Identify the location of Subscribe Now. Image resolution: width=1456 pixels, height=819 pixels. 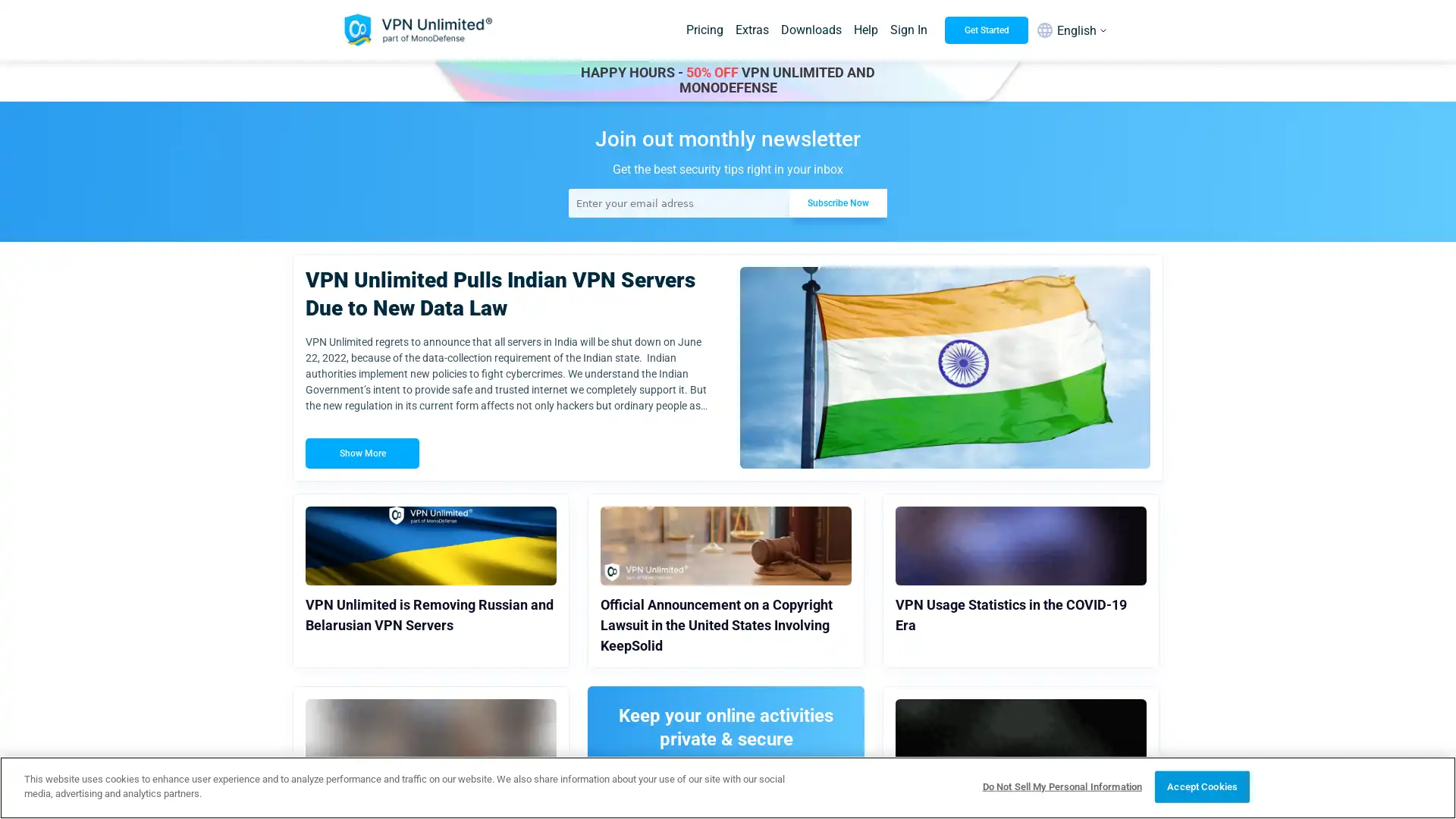
(837, 202).